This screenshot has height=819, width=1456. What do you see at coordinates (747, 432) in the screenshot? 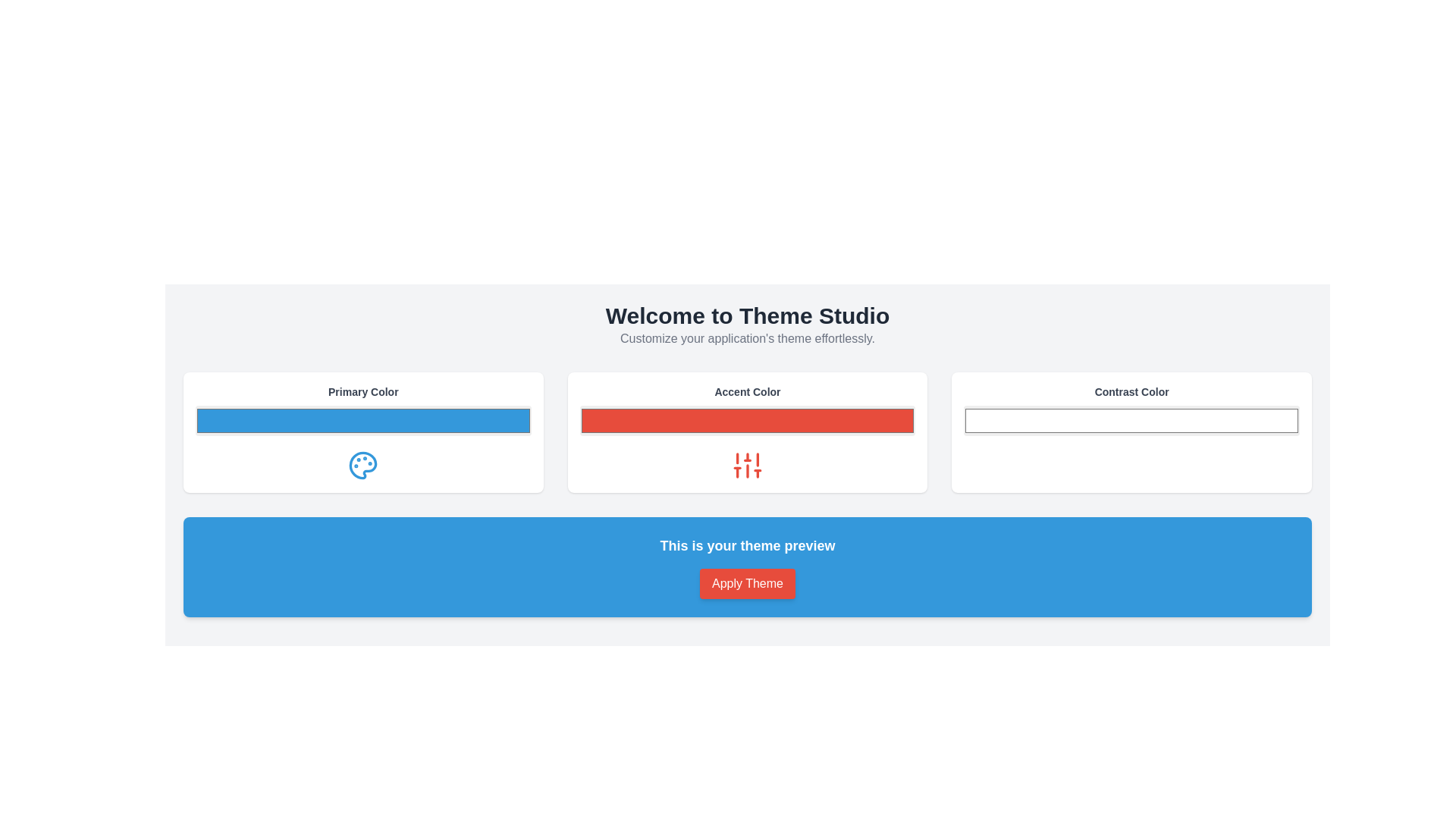
I see `the red-filled rectangular color box of the Interactive color picker labeled 'Accent Color'` at bounding box center [747, 432].